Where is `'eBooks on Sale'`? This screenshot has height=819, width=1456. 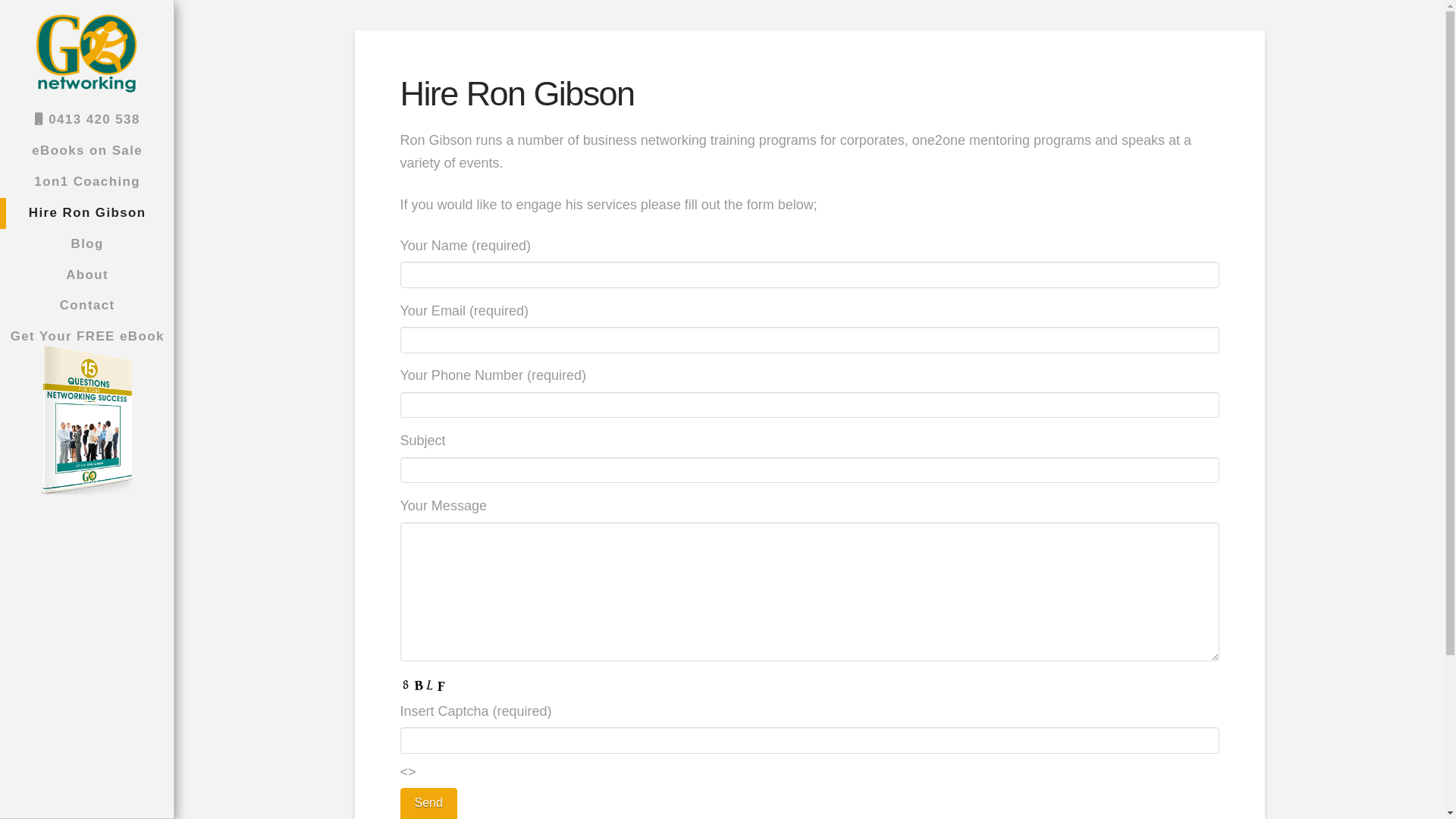
'eBooks on Sale' is located at coordinates (86, 151).